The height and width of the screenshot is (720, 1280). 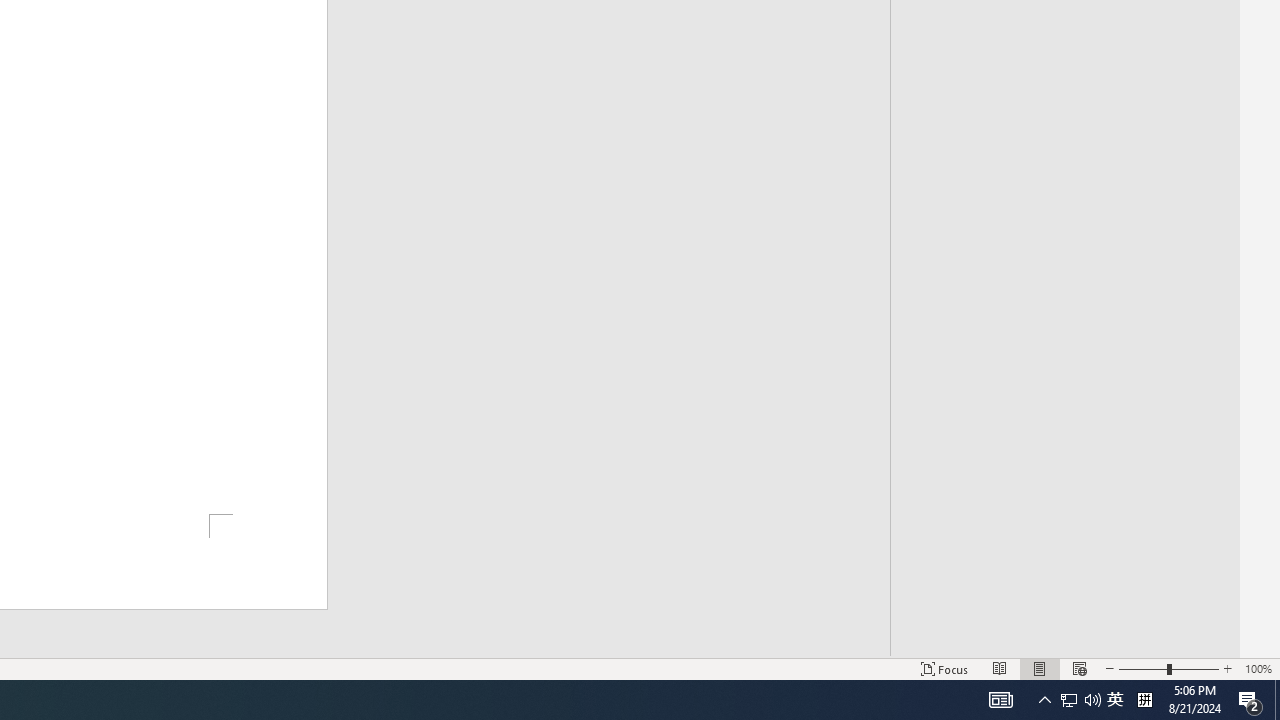 What do you see at coordinates (1257, 669) in the screenshot?
I see `'Zoom 100%'` at bounding box center [1257, 669].